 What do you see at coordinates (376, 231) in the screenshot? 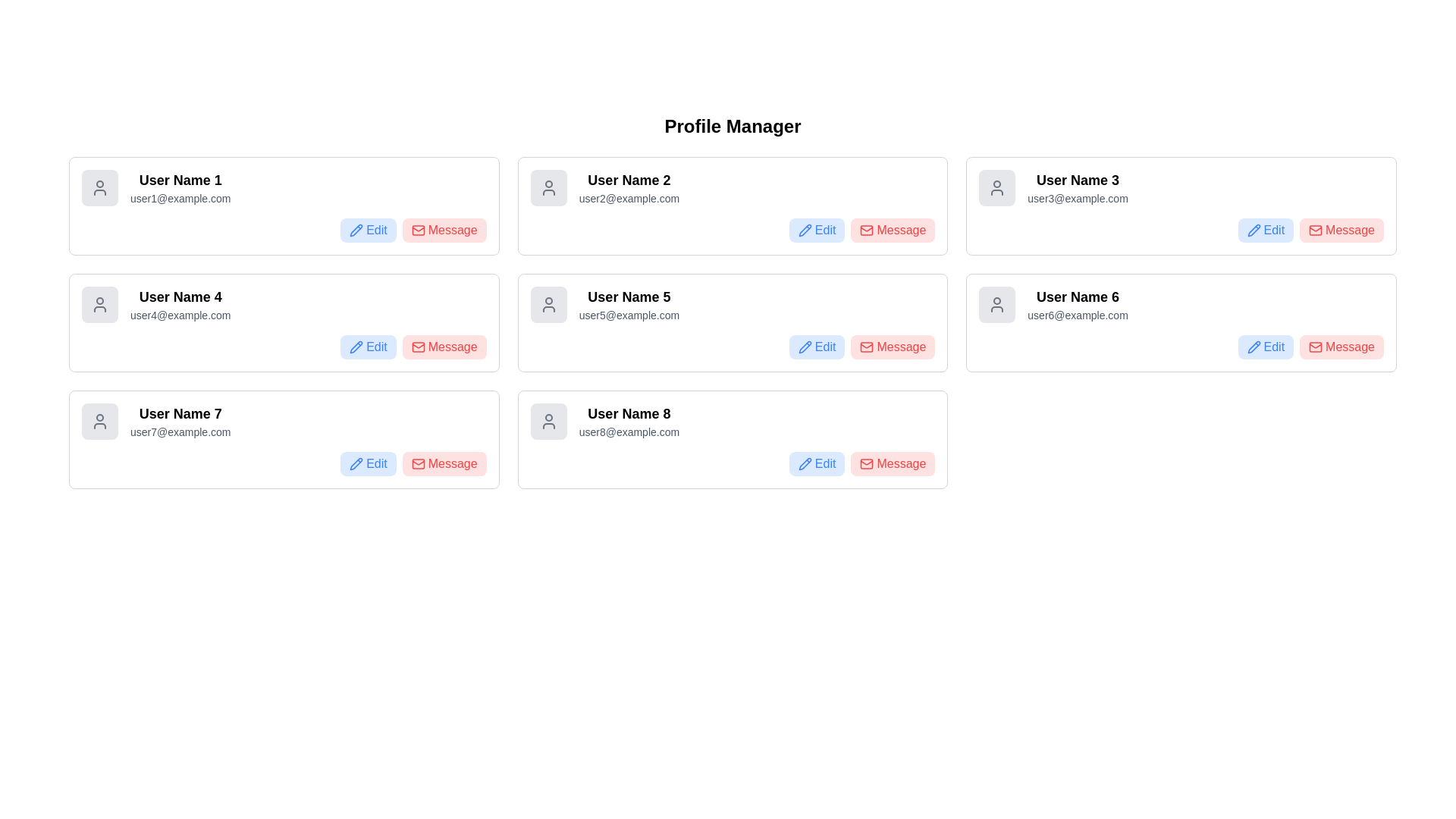
I see `the 'Edit' text label within the button on the 'User Name 1' profile card` at bounding box center [376, 231].